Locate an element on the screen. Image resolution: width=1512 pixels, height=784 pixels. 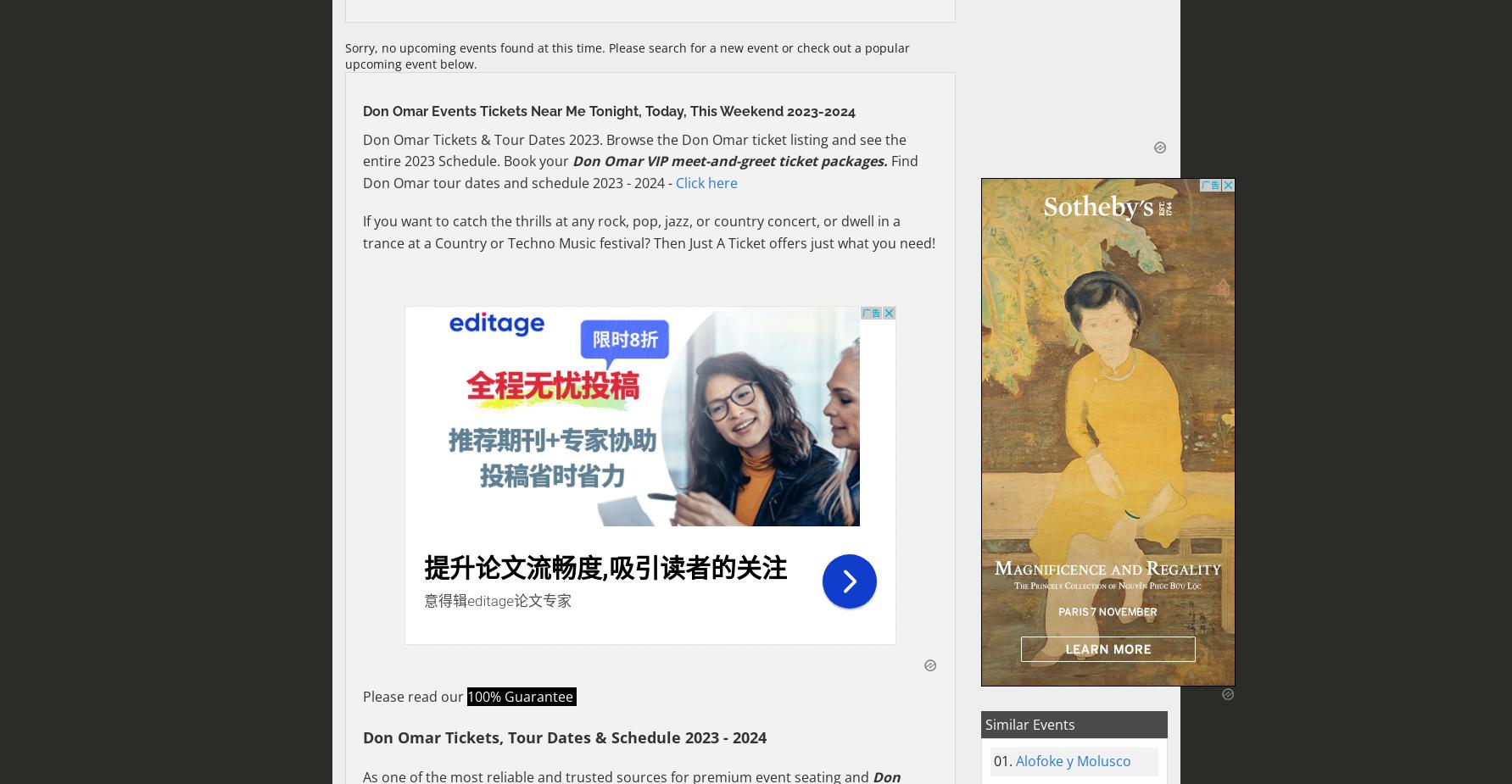
'Schedule' is located at coordinates (644, 737).